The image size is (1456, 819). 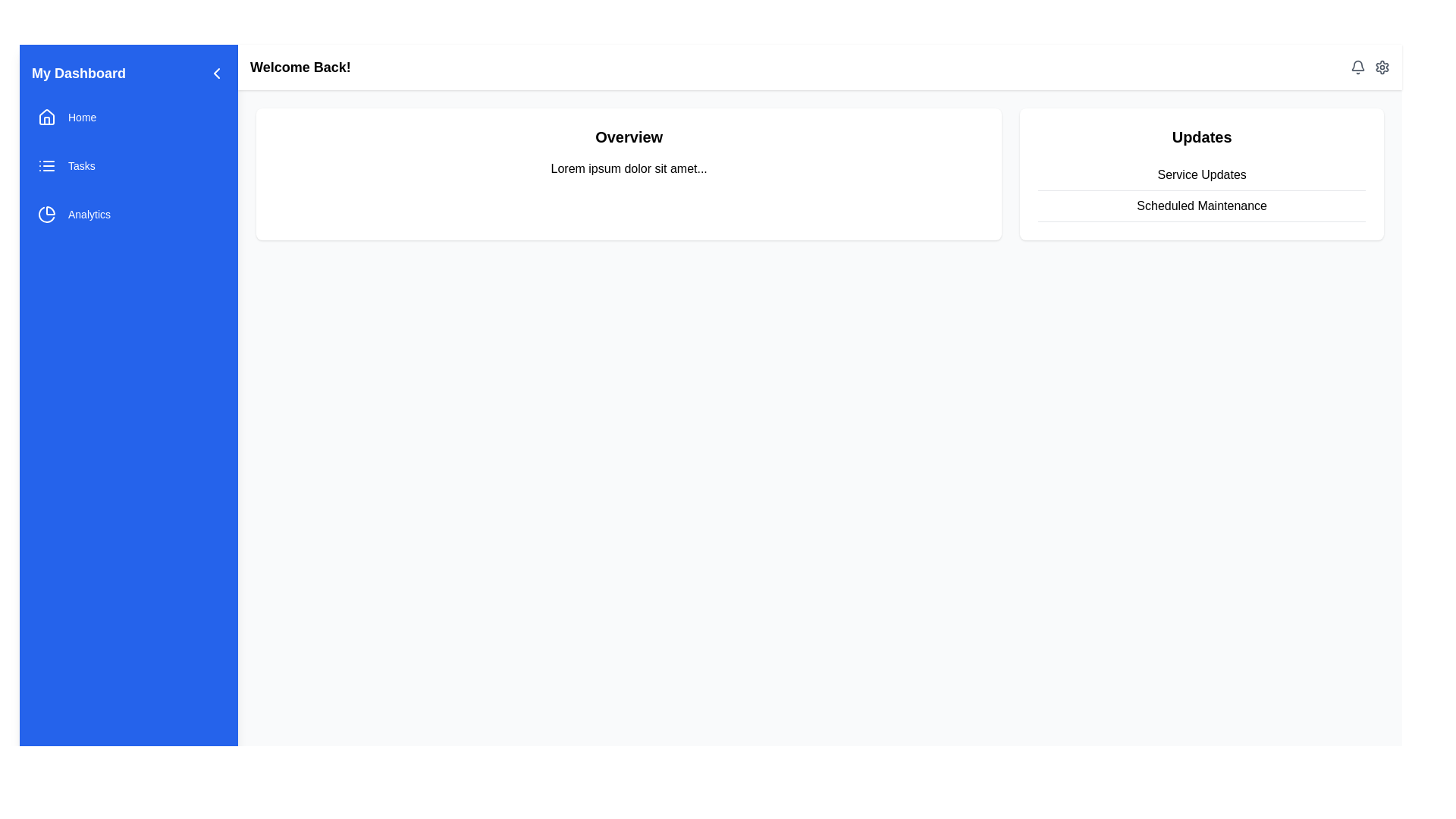 What do you see at coordinates (89, 214) in the screenshot?
I see `the 'Analytics' label in the vertical side navigation bar, which is located directly to the right of the pie chart icon and is the third label below 'Home' and 'Tasks'` at bounding box center [89, 214].